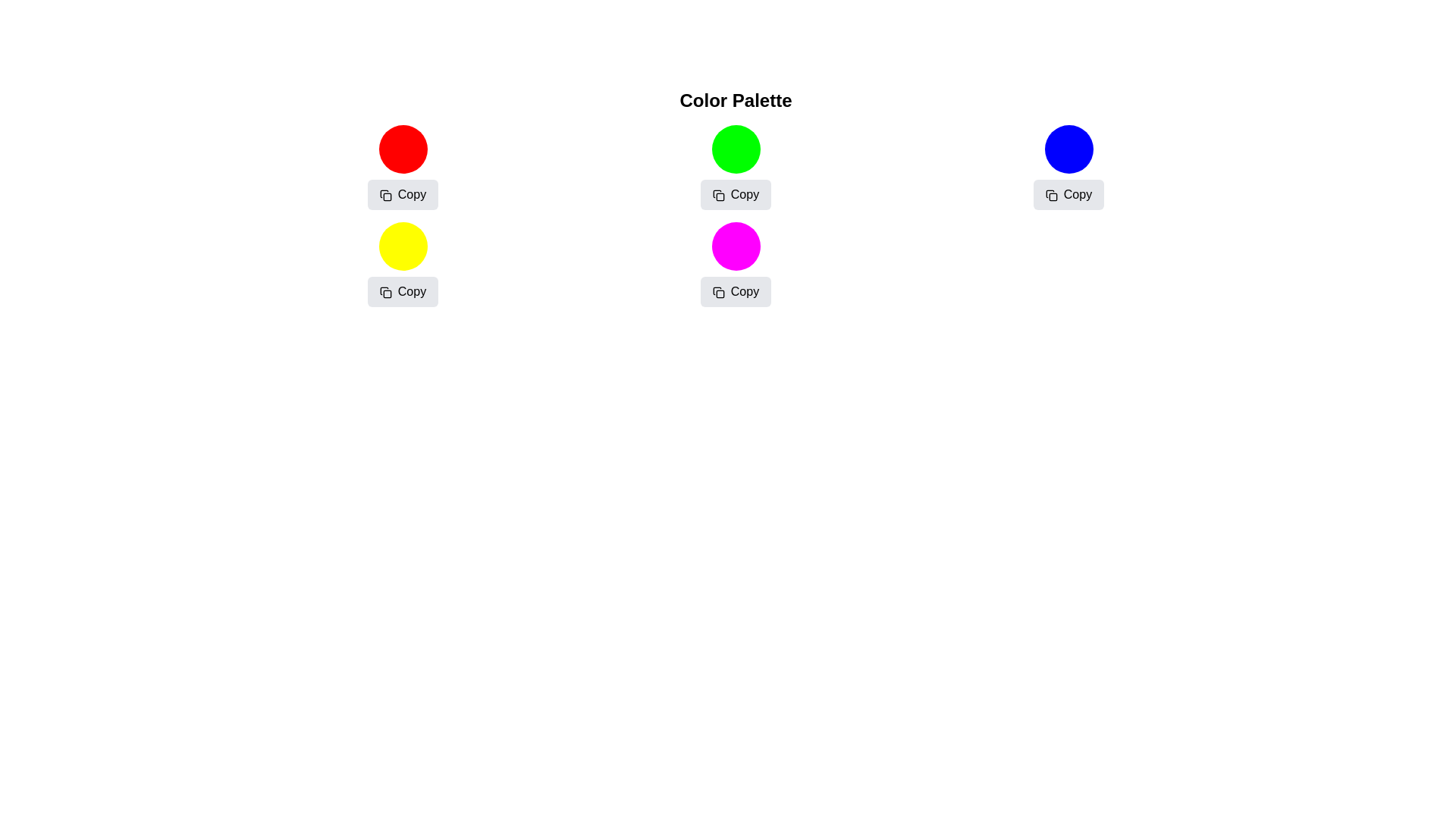 This screenshot has width=1456, height=819. I want to click on the blue circular component located in the rightmost column above the gray 'Copy' button, so click(1068, 149).